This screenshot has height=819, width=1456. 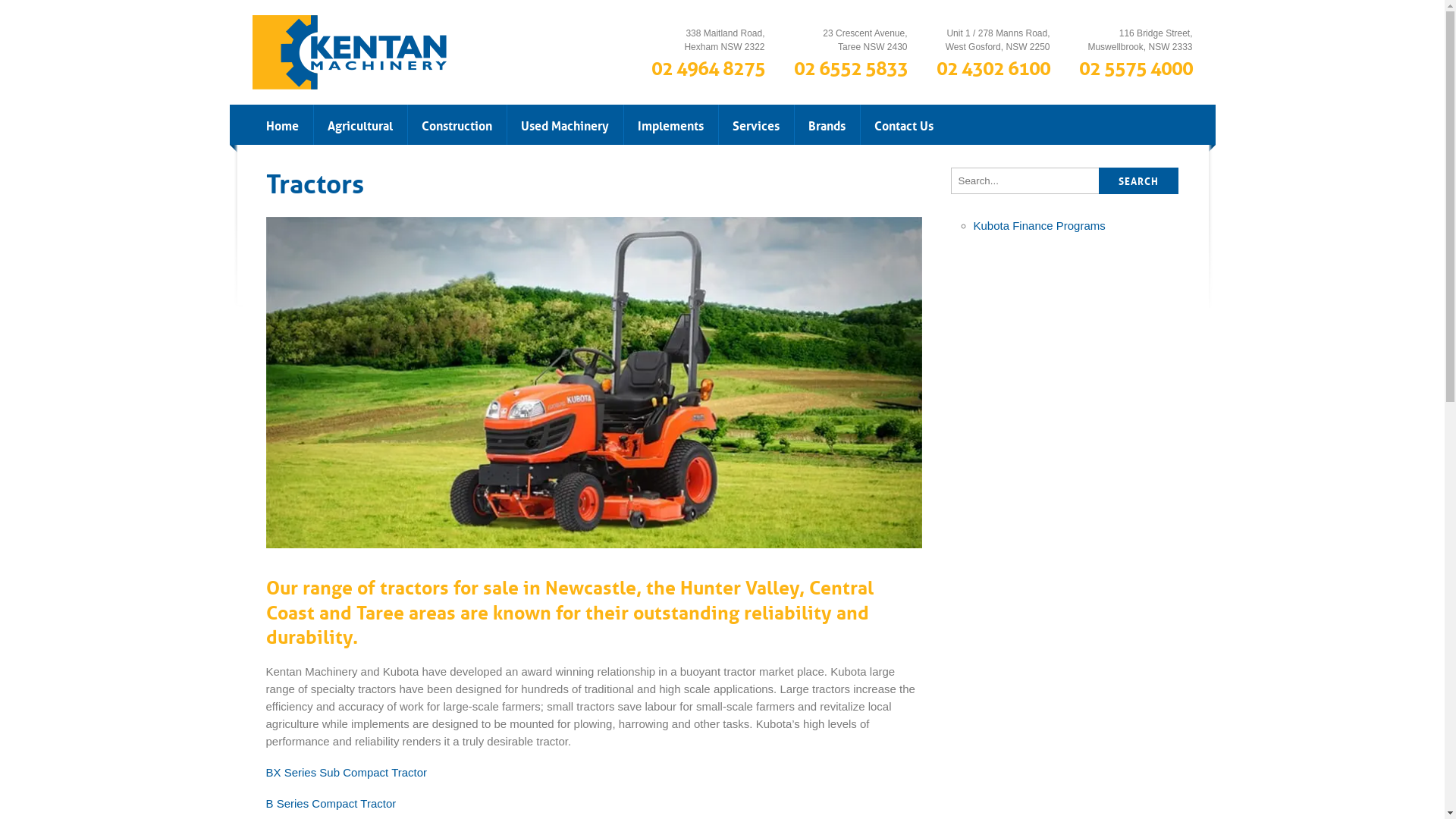 What do you see at coordinates (1135, 65) in the screenshot?
I see `'02 5575 4000'` at bounding box center [1135, 65].